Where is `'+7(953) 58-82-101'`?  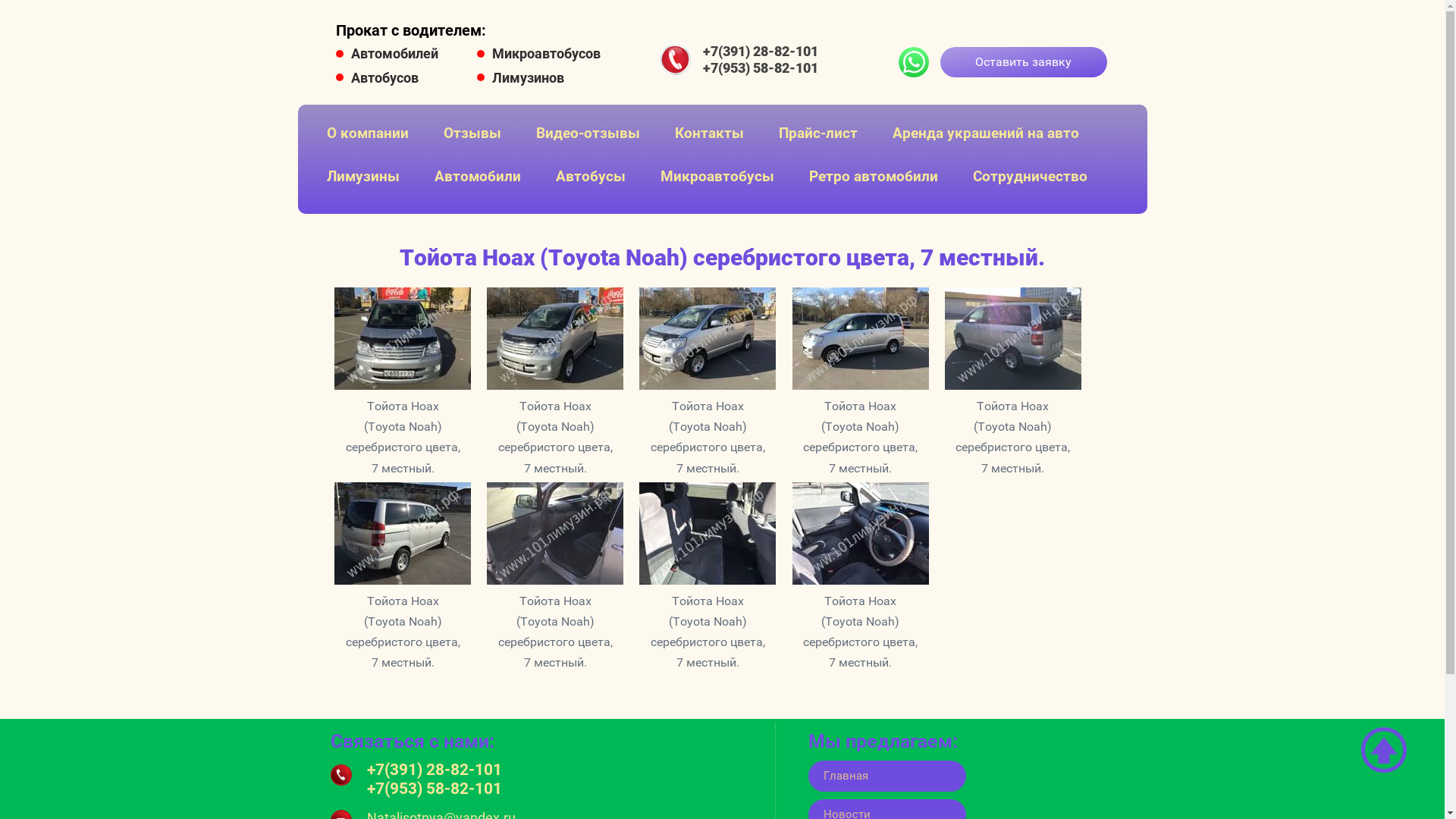
'+7(953) 58-82-101' is located at coordinates (761, 67).